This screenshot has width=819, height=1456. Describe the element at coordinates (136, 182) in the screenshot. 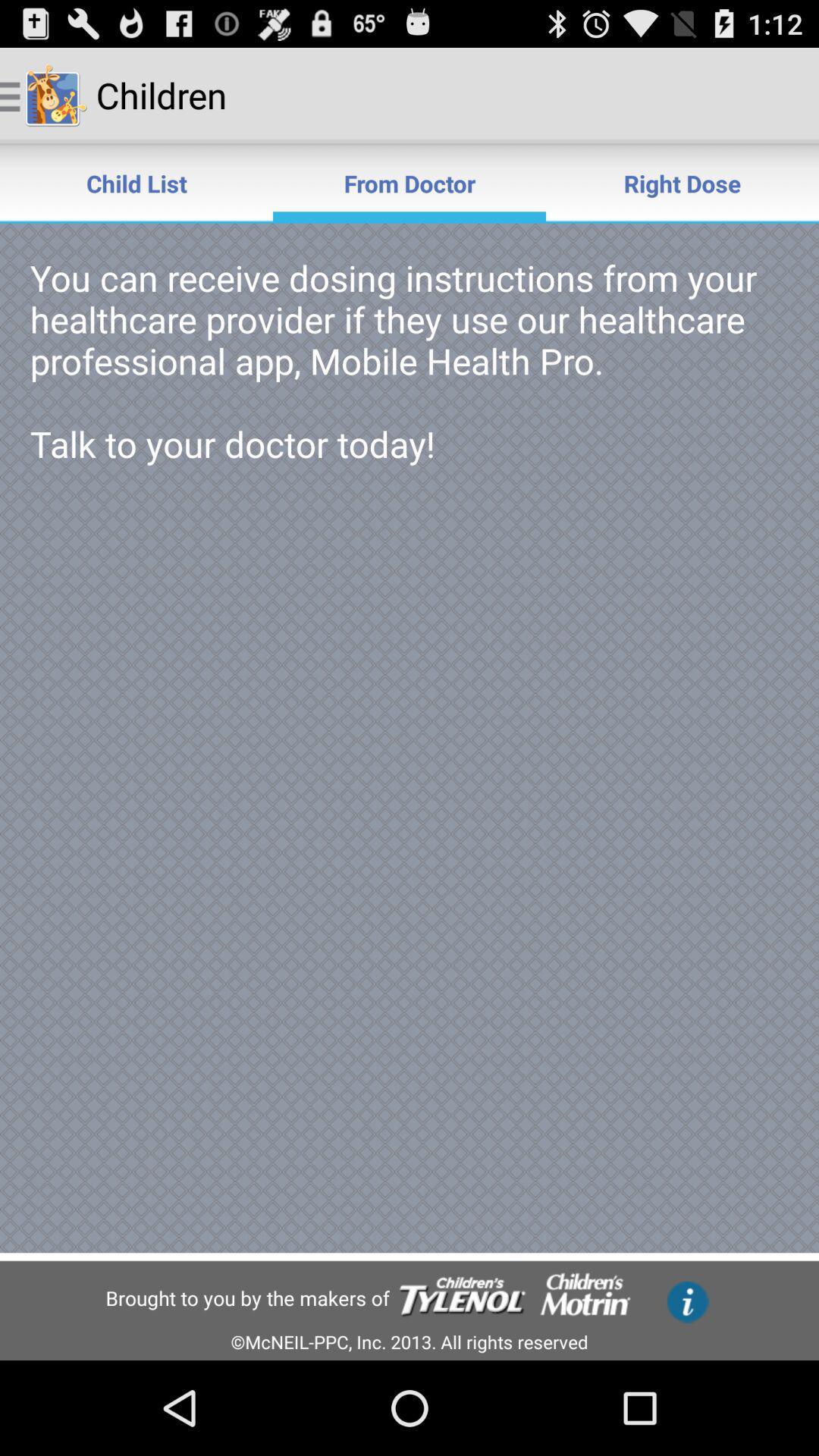

I see `the child list icon` at that location.